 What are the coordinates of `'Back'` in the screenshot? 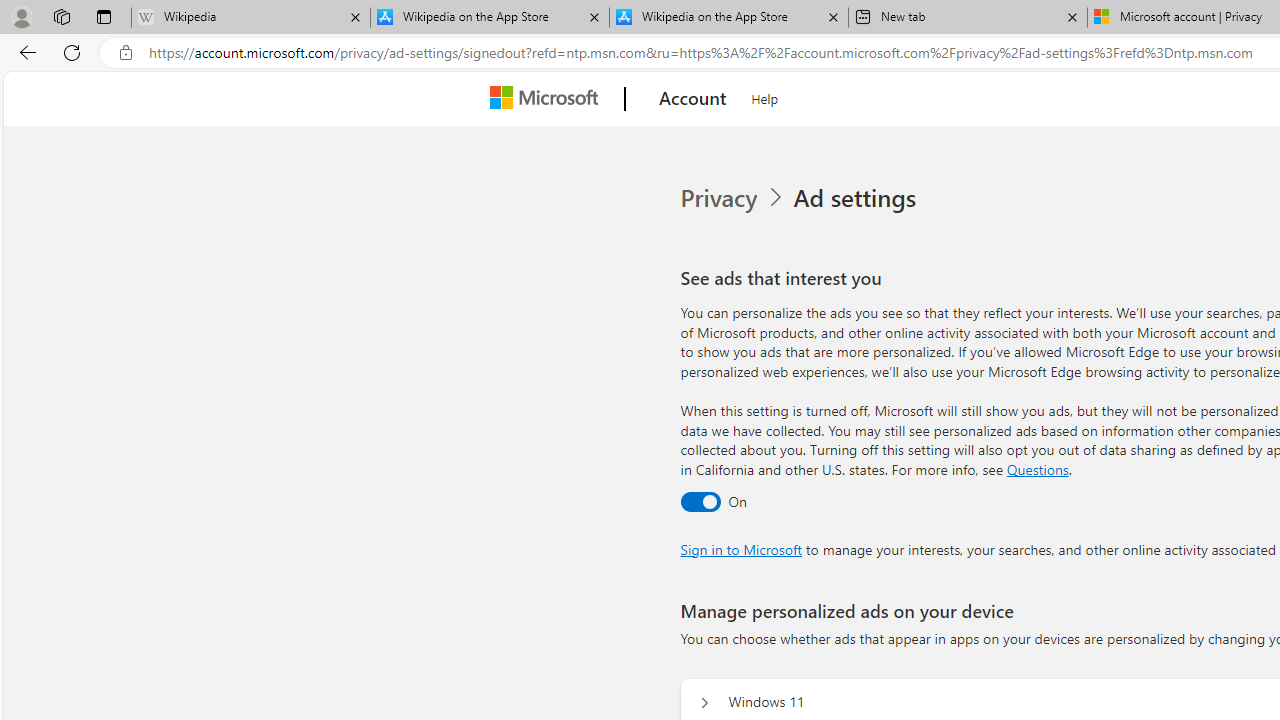 It's located at (24, 51).